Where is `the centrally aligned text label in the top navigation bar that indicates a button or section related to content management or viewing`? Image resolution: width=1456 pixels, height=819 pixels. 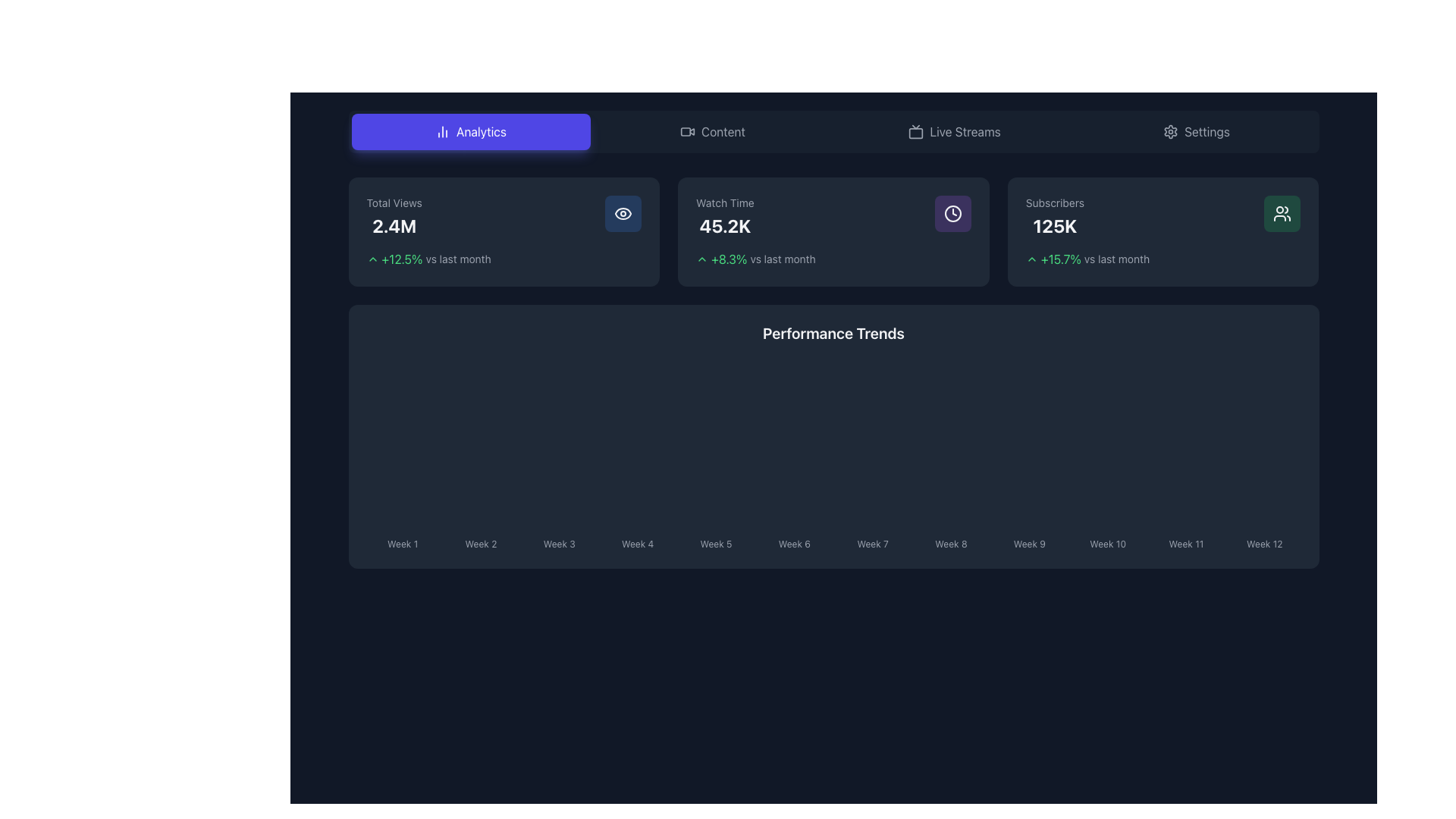 the centrally aligned text label in the top navigation bar that indicates a button or section related to content management or viewing is located at coordinates (723, 130).